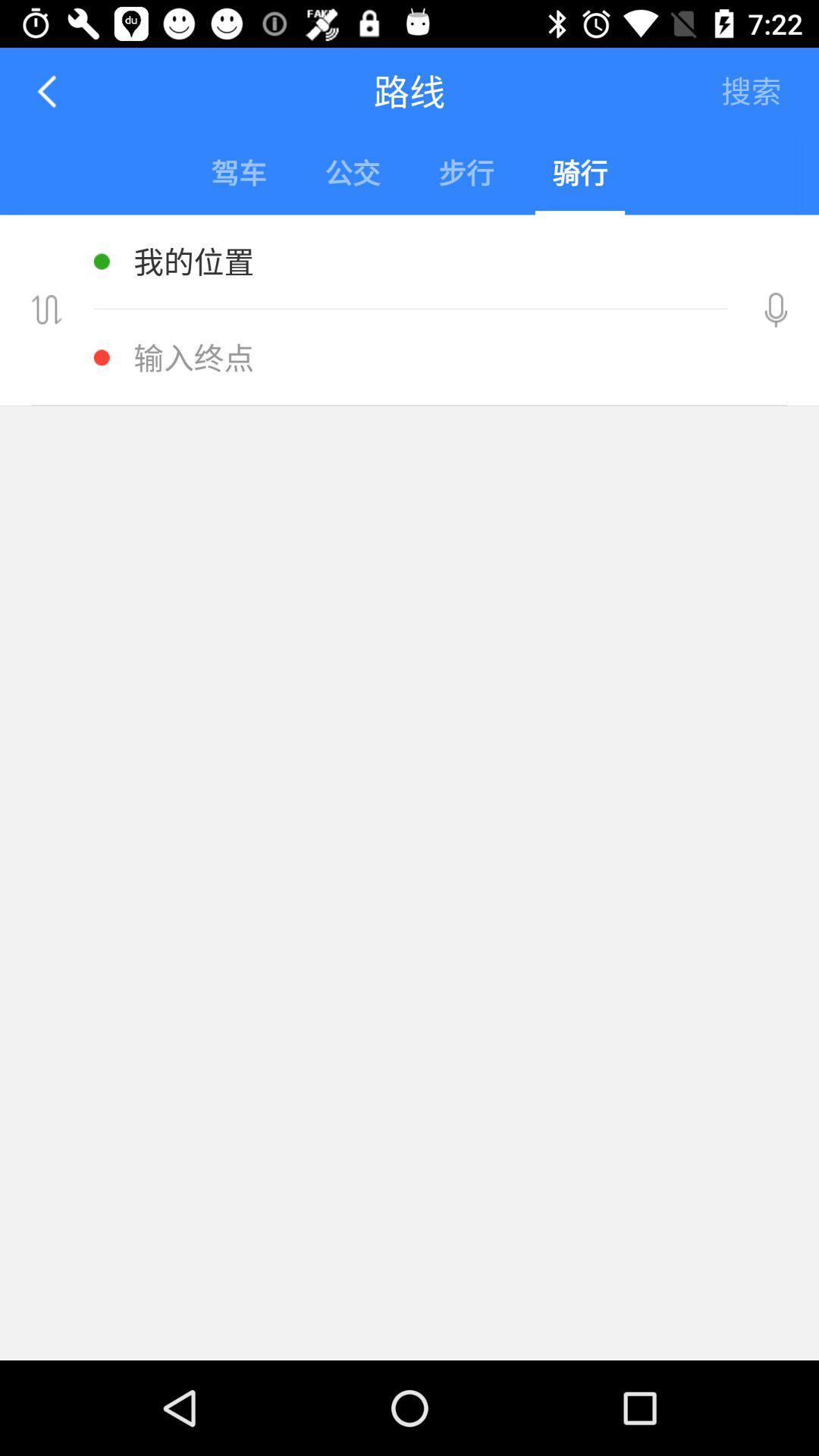 The height and width of the screenshot is (1456, 819). I want to click on the text right to left arrow, so click(409, 90).